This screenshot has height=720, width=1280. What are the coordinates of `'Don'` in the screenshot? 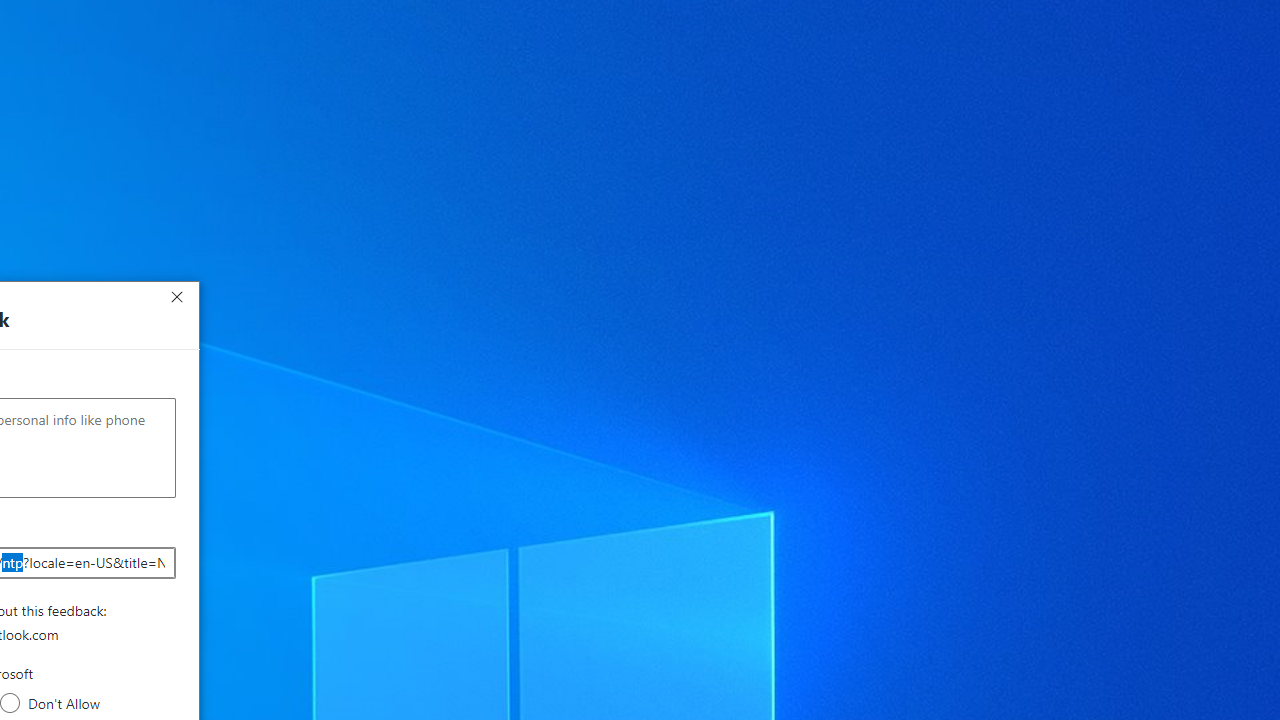 It's located at (10, 702).